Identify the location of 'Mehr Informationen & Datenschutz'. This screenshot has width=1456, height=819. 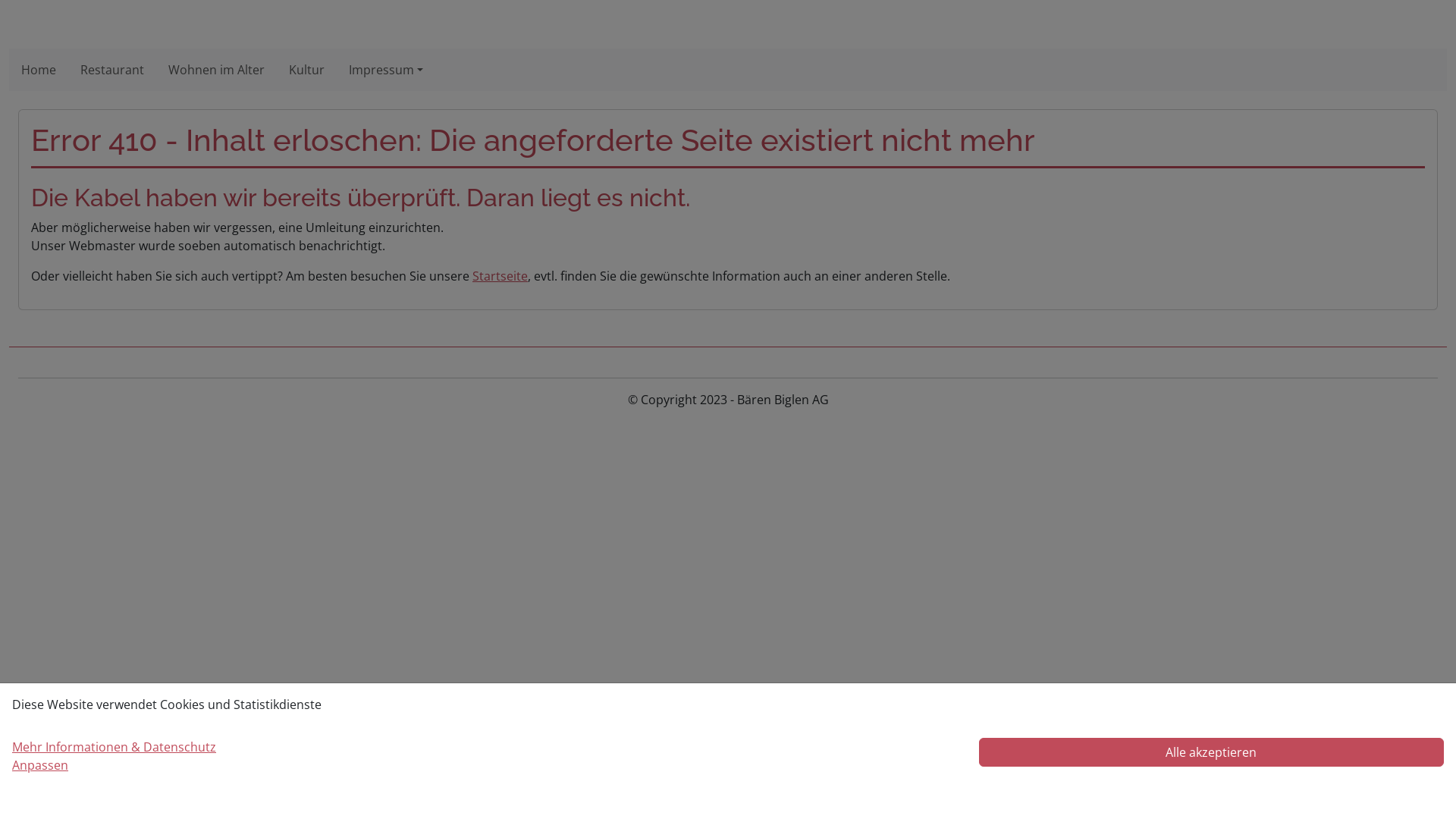
(113, 745).